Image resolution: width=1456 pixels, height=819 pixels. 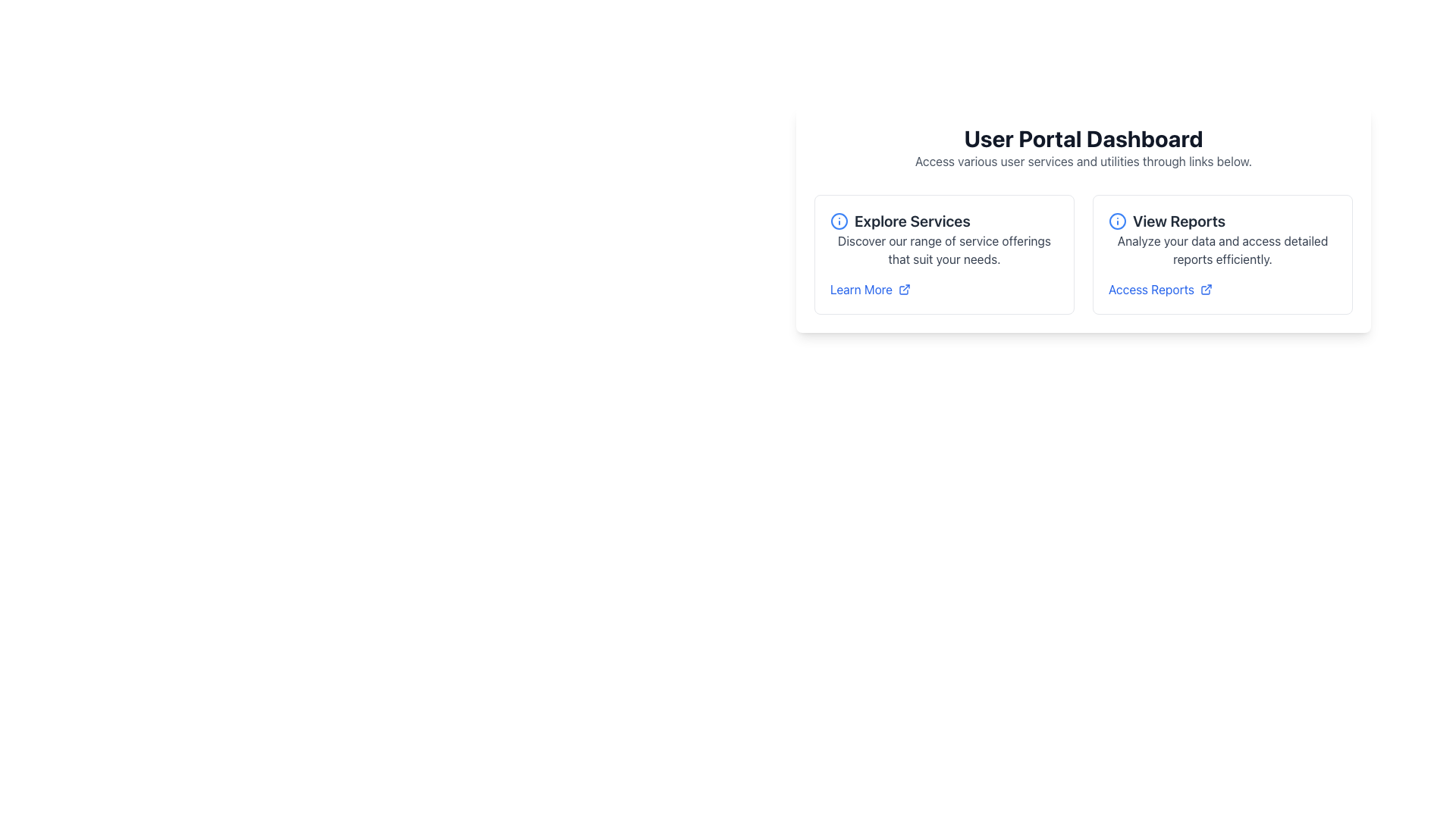 I want to click on the text label stating 'Discover our range of service offerings that suit your needs.' which is positioned below the 'Explore Services' header in the left card of two content cards, so click(x=943, y=249).